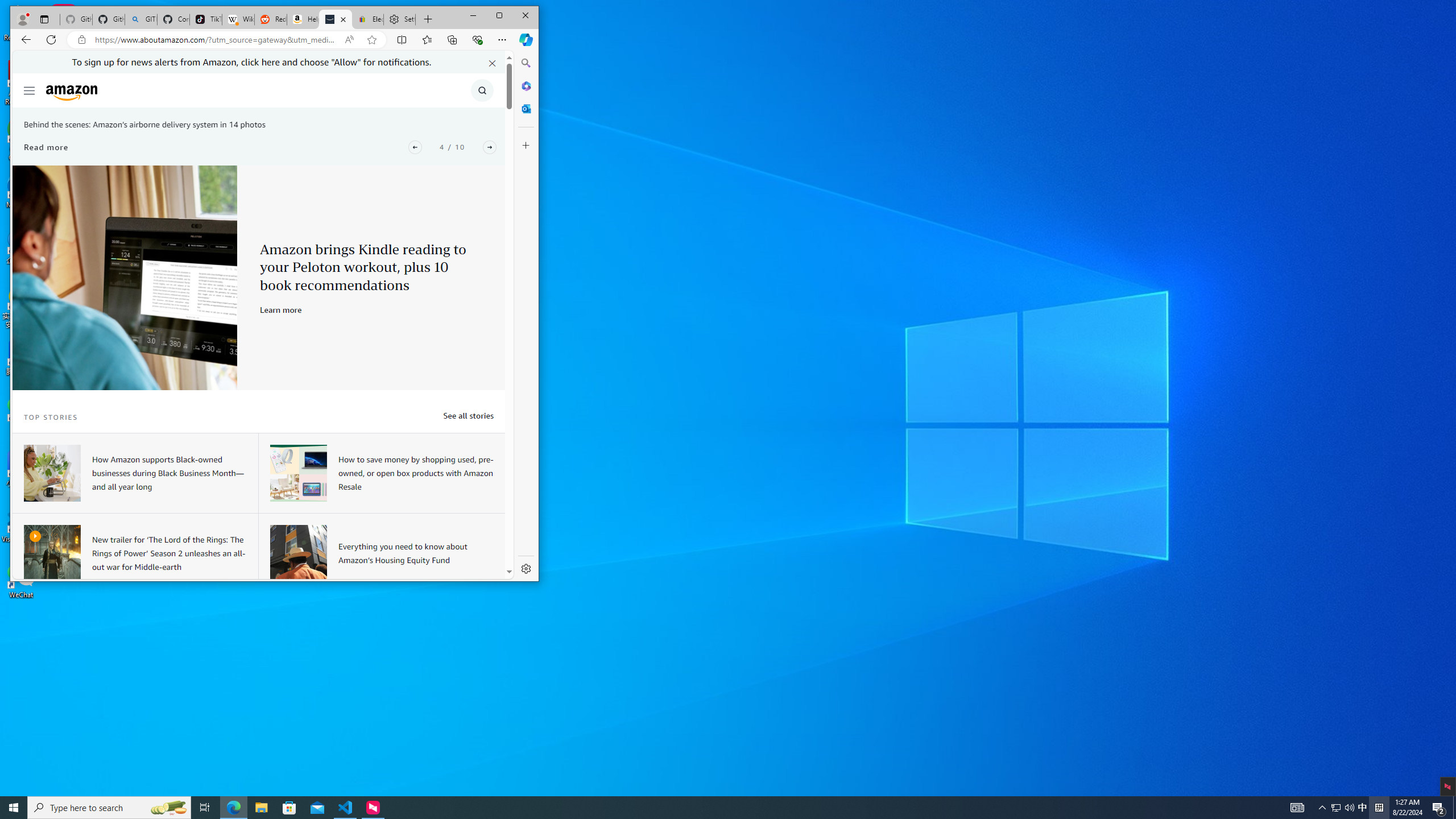 The image size is (1456, 819). I want to click on 'Settings and more (Alt+F)', so click(502, 39).